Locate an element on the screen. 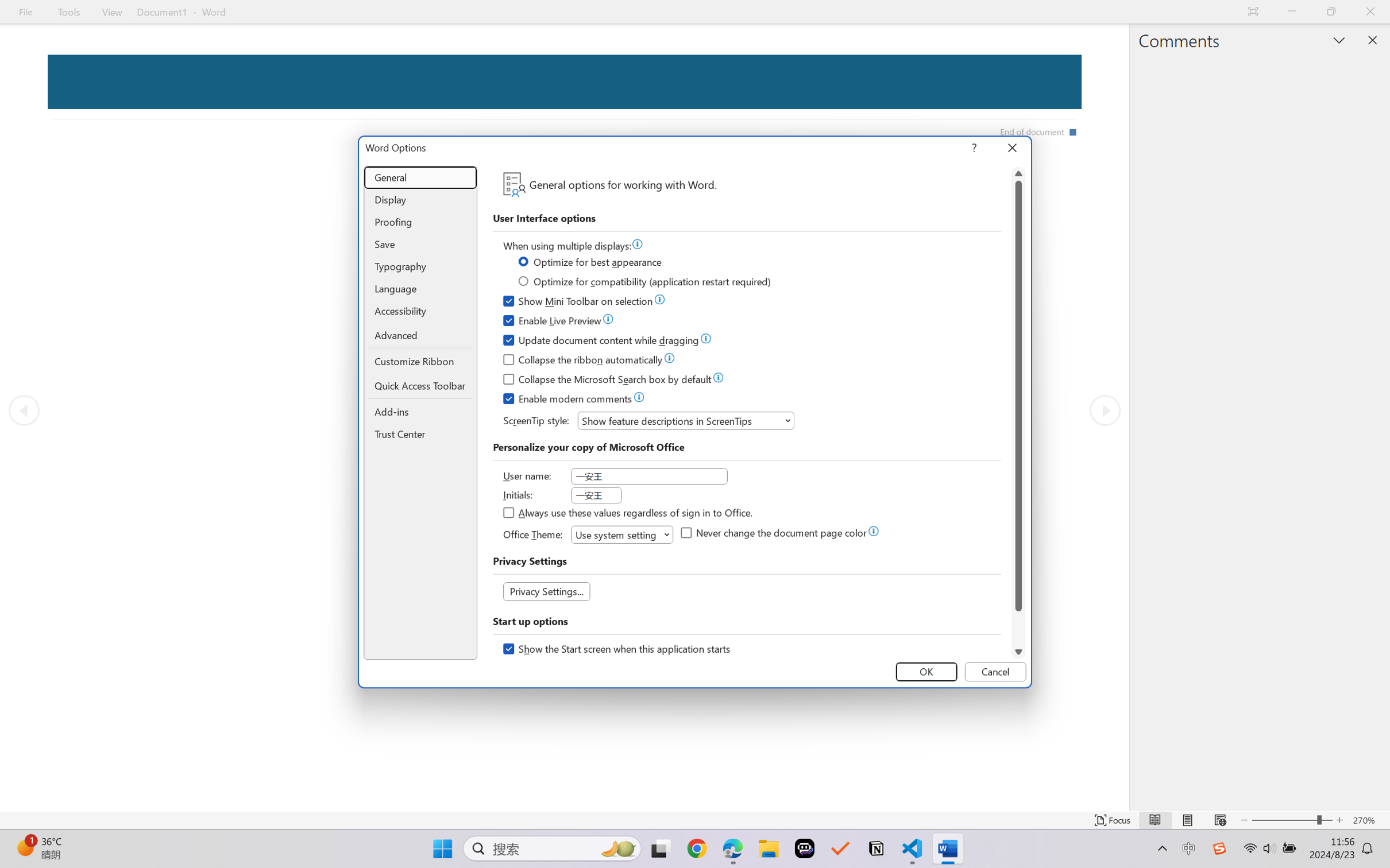 The image size is (1390, 868). 'Display' is located at coordinates (420, 200).